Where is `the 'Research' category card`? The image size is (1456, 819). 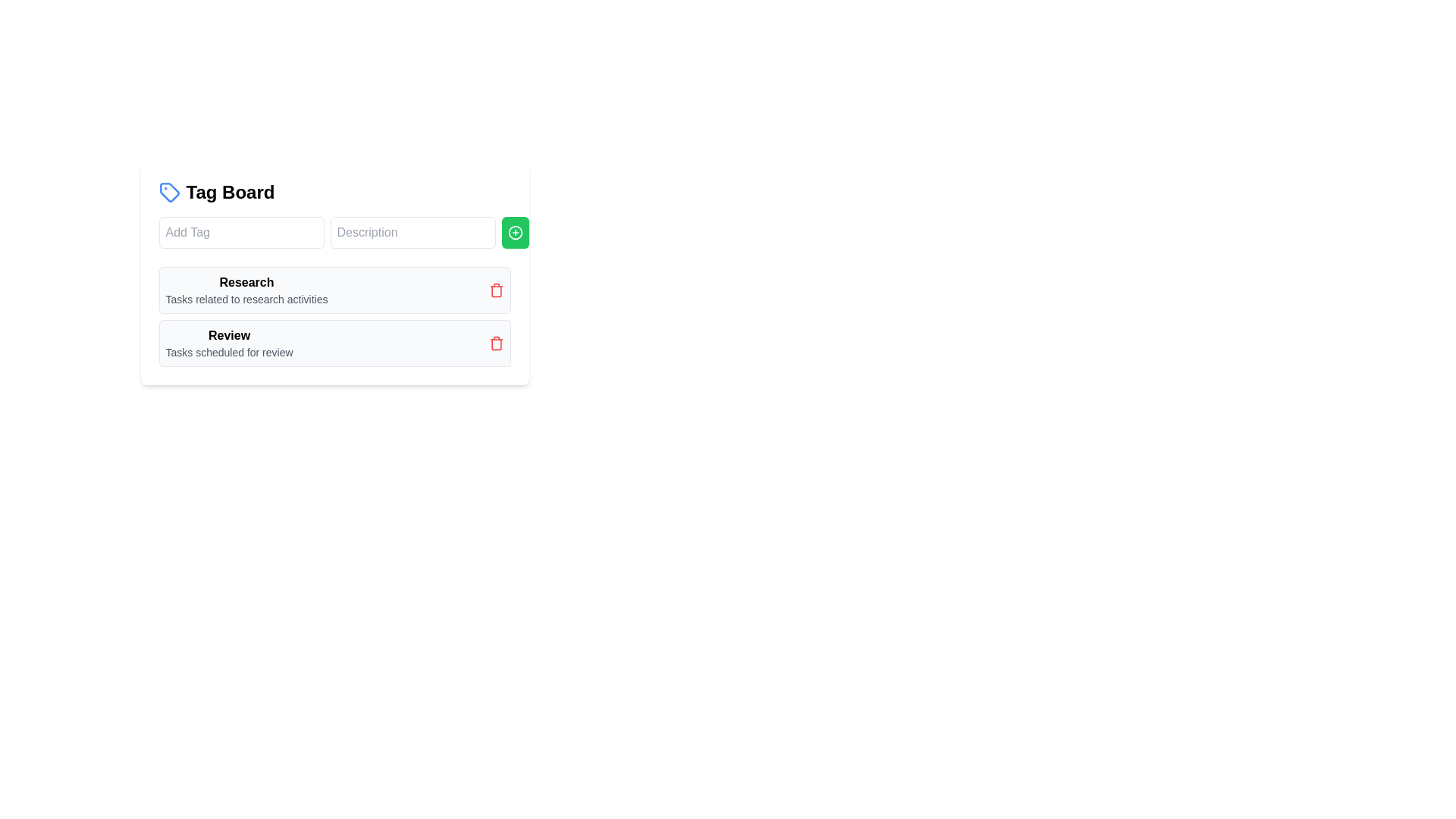
the 'Research' category card is located at coordinates (334, 315).